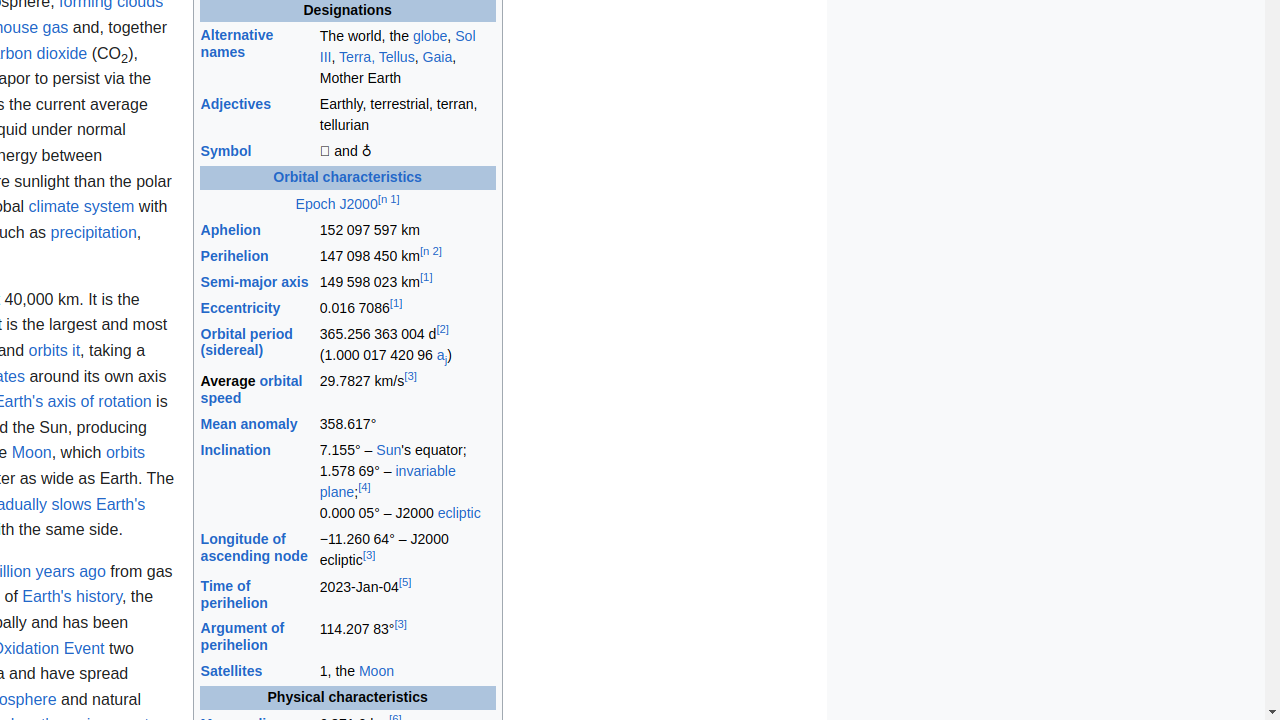 The height and width of the screenshot is (720, 1280). What do you see at coordinates (376, 671) in the screenshot?
I see `'Moon'` at bounding box center [376, 671].